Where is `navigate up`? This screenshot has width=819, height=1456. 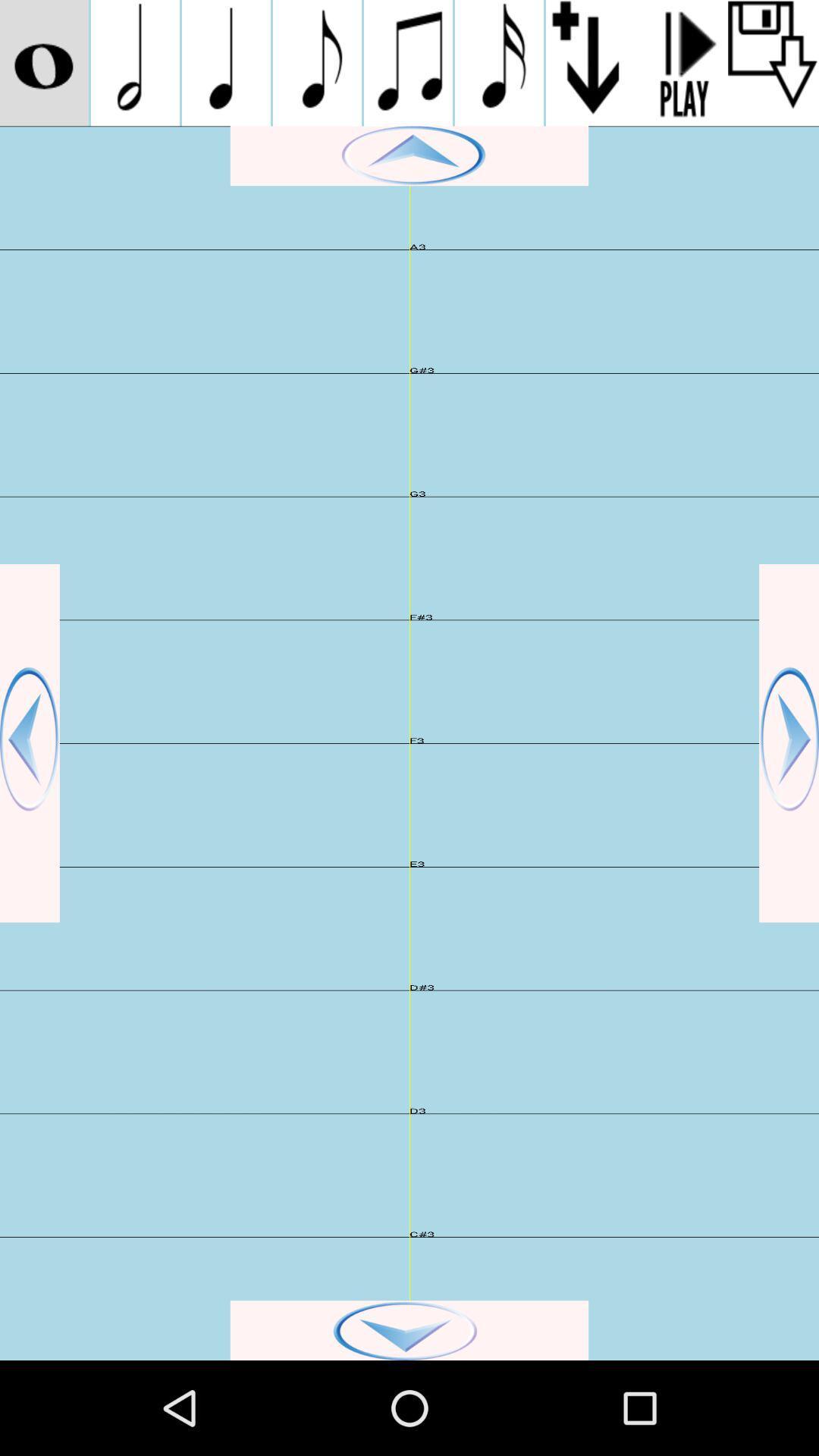 navigate up is located at coordinates (409, 155).